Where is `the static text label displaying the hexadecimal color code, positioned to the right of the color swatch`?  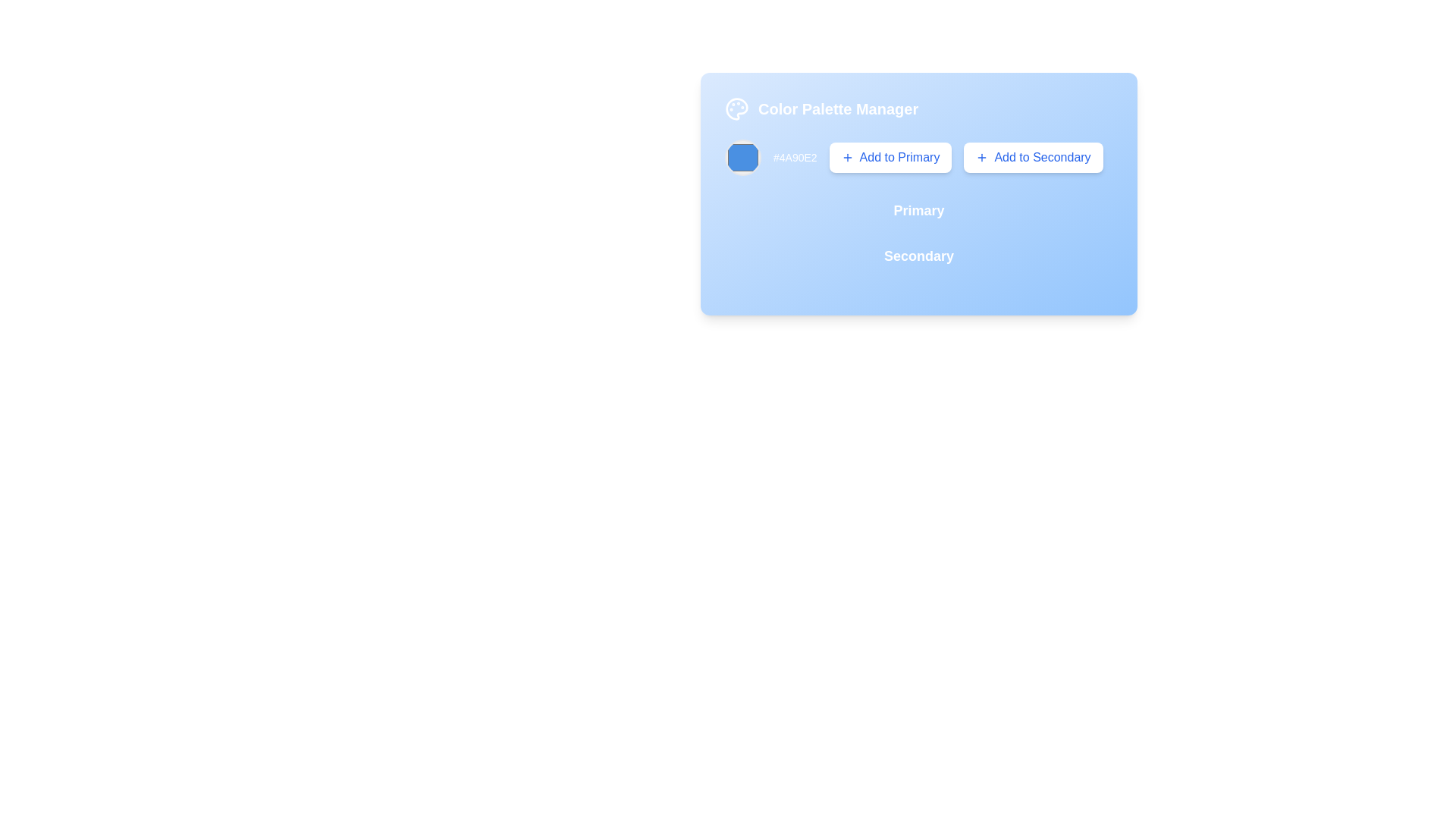 the static text label displaying the hexadecimal color code, positioned to the right of the color swatch is located at coordinates (794, 158).